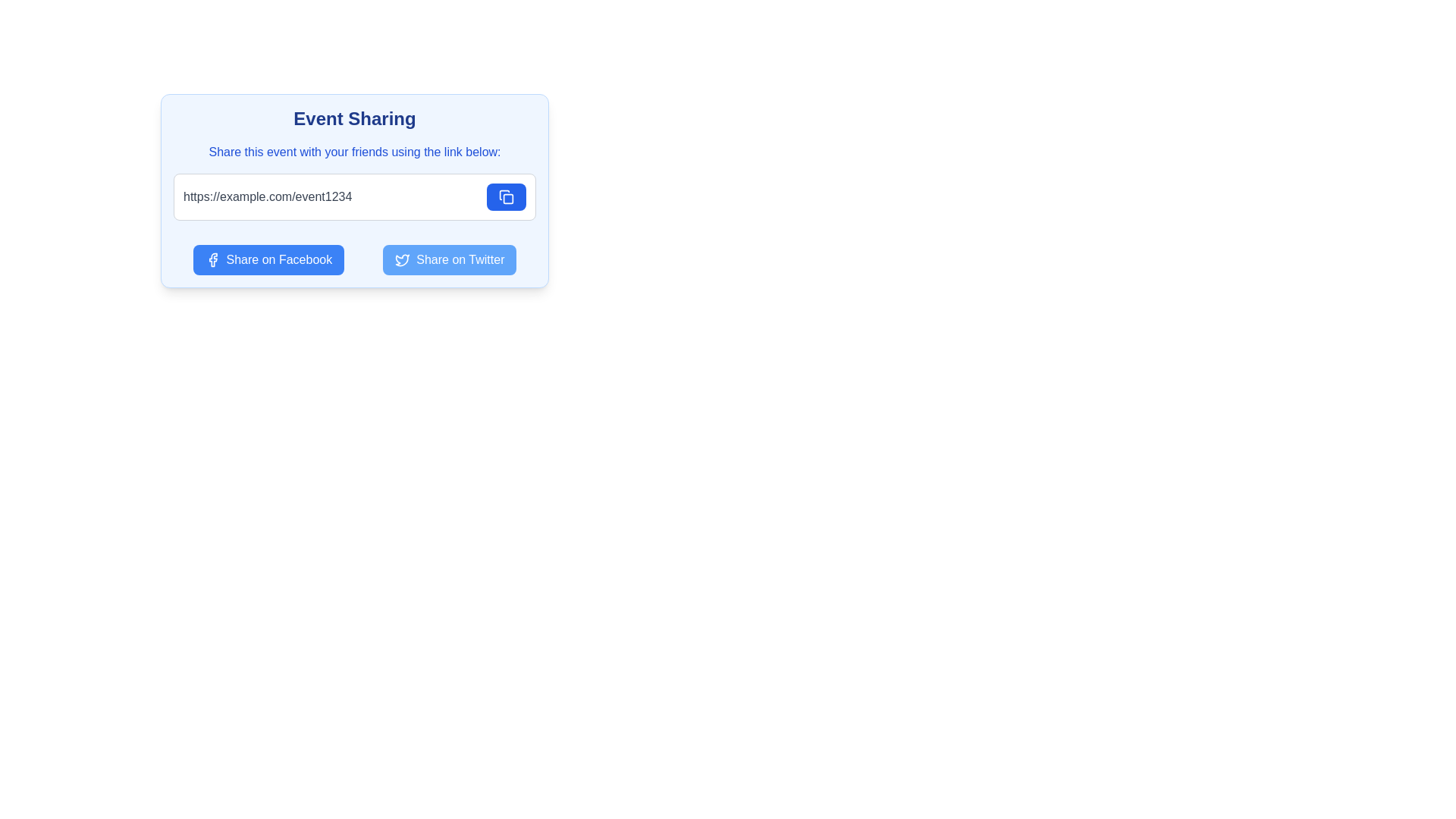 This screenshot has height=819, width=1456. What do you see at coordinates (268, 259) in the screenshot?
I see `the Facebook share button located at the bottom section of the card-like UI component` at bounding box center [268, 259].